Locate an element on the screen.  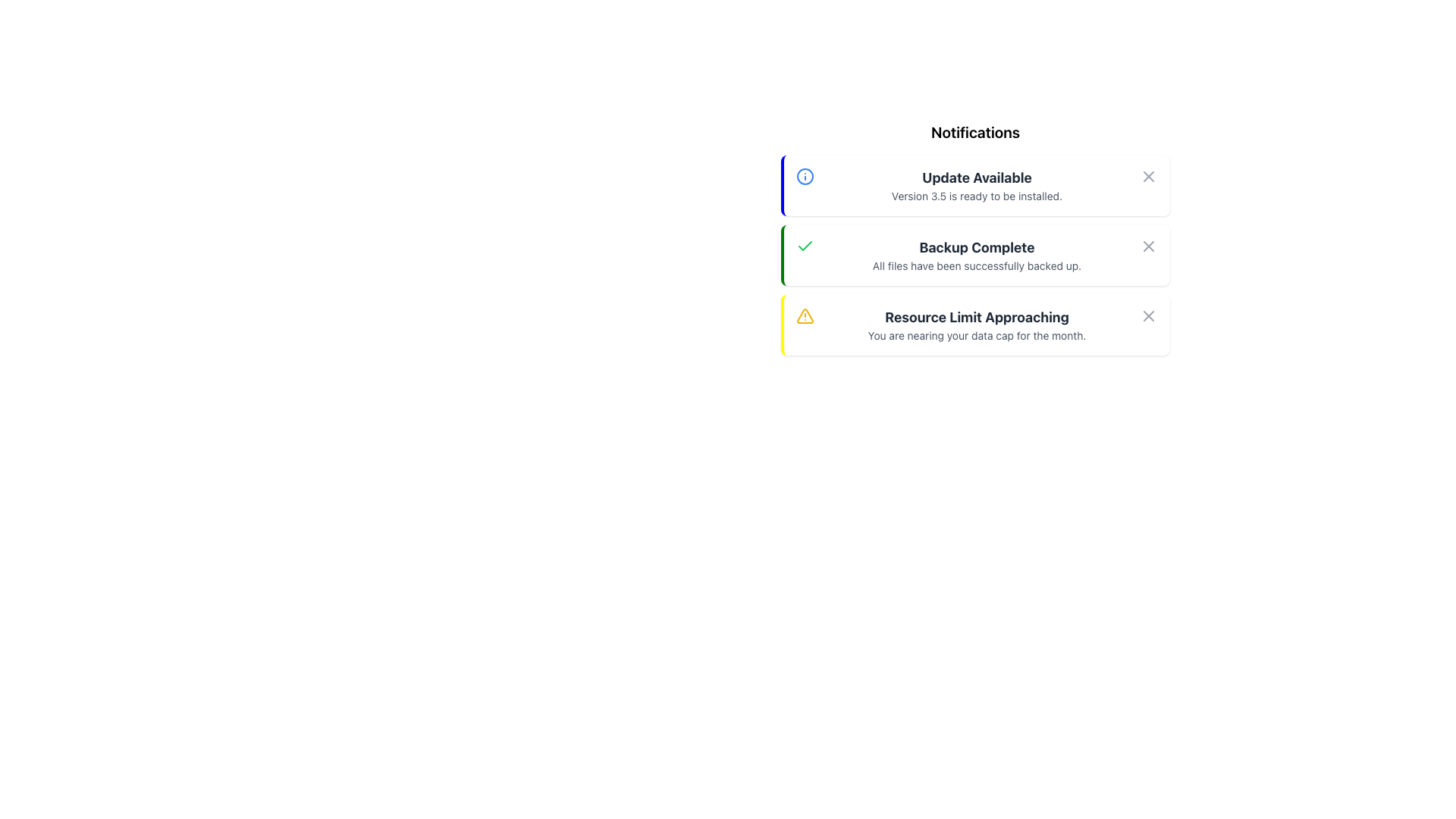
the 'X' icon button in the middle-right of the 'Backup Complete' notification panel is located at coordinates (1149, 245).